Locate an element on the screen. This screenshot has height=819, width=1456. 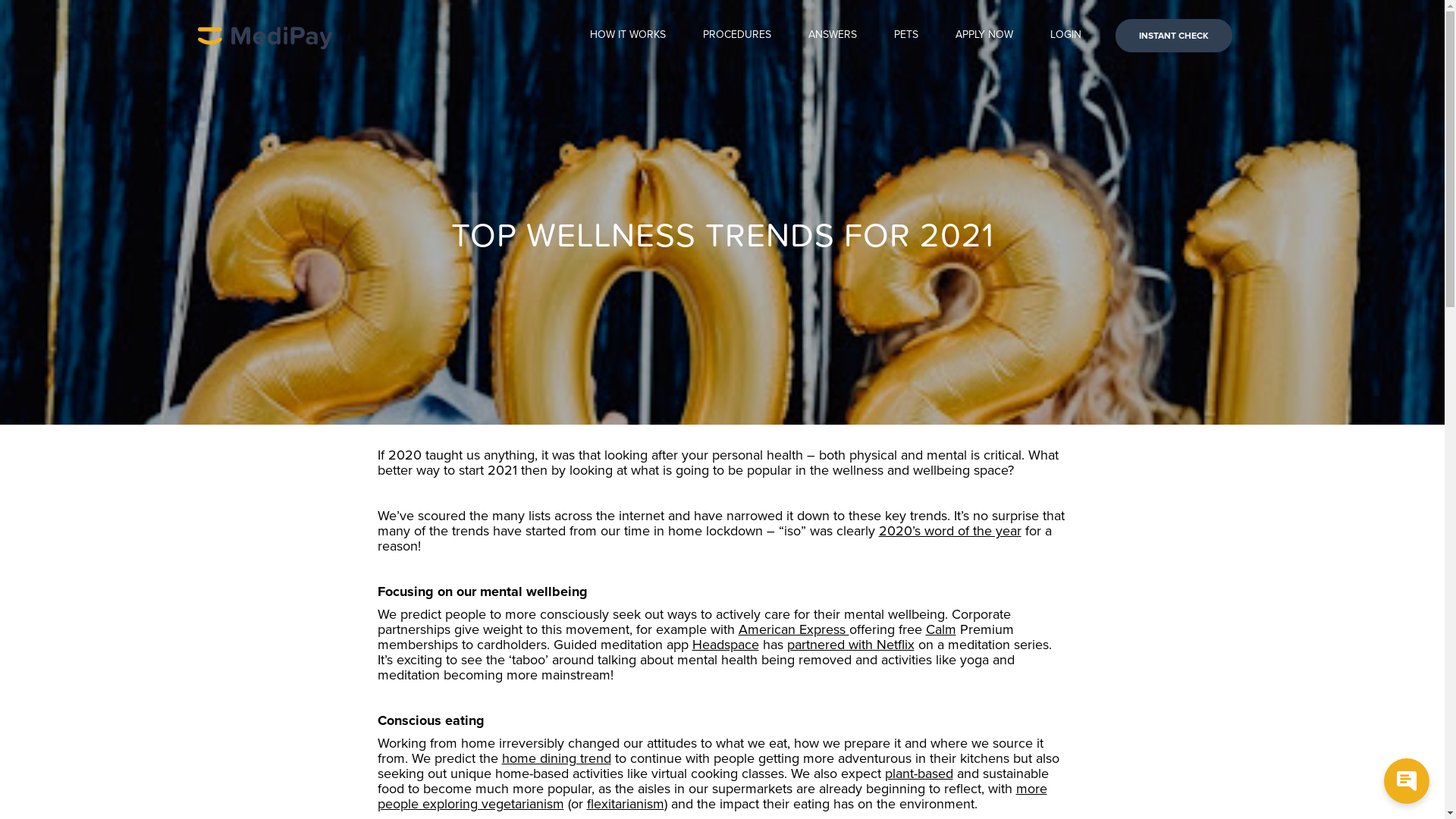
'Calm' is located at coordinates (924, 629).